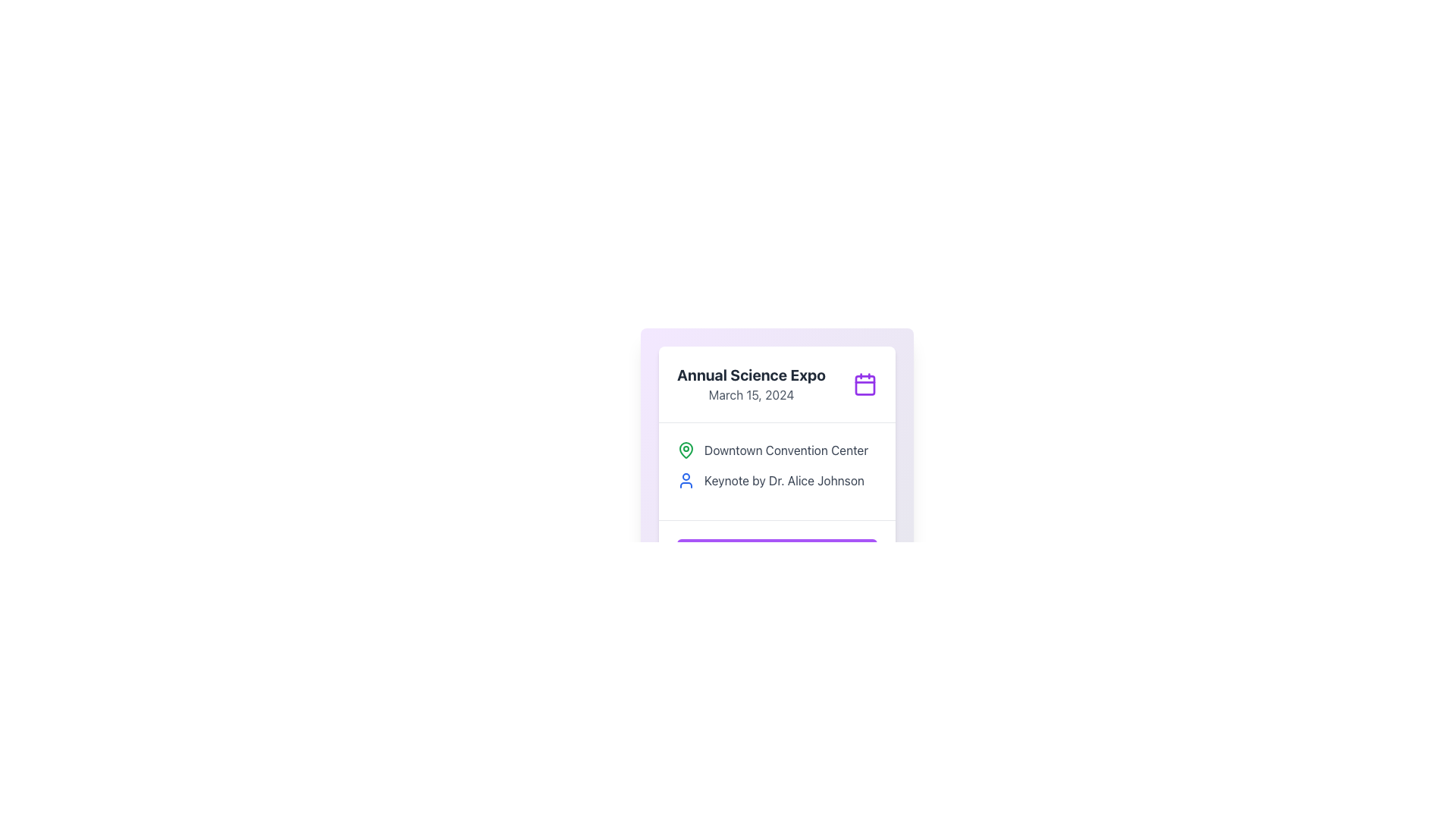 This screenshot has width=1456, height=819. I want to click on the text label reading 'Downtown Convention Center' styled with a gray font, located next to a green location pin icon, so click(786, 450).